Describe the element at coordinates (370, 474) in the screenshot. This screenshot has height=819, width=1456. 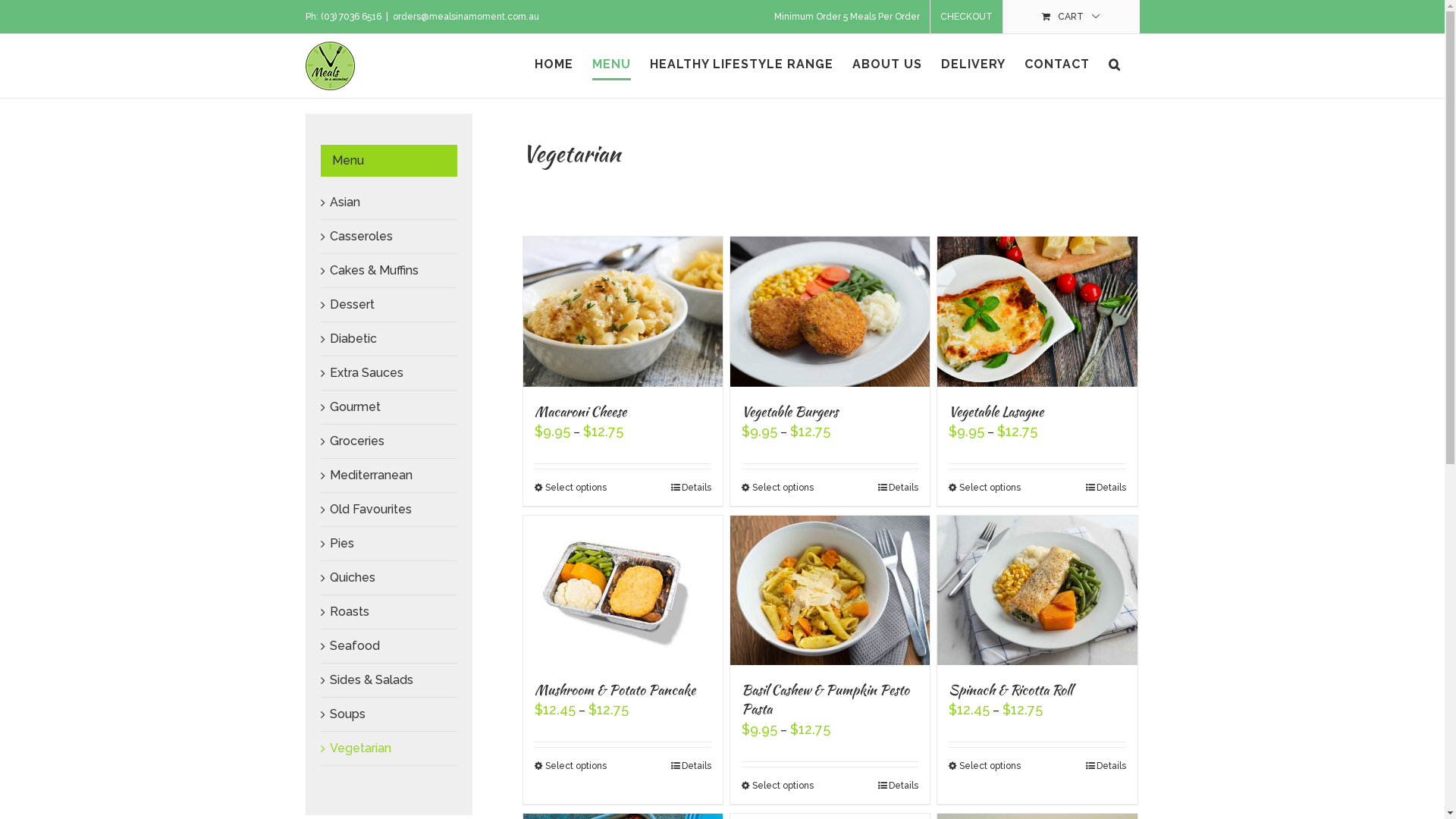
I see `'Mediterranean'` at that location.